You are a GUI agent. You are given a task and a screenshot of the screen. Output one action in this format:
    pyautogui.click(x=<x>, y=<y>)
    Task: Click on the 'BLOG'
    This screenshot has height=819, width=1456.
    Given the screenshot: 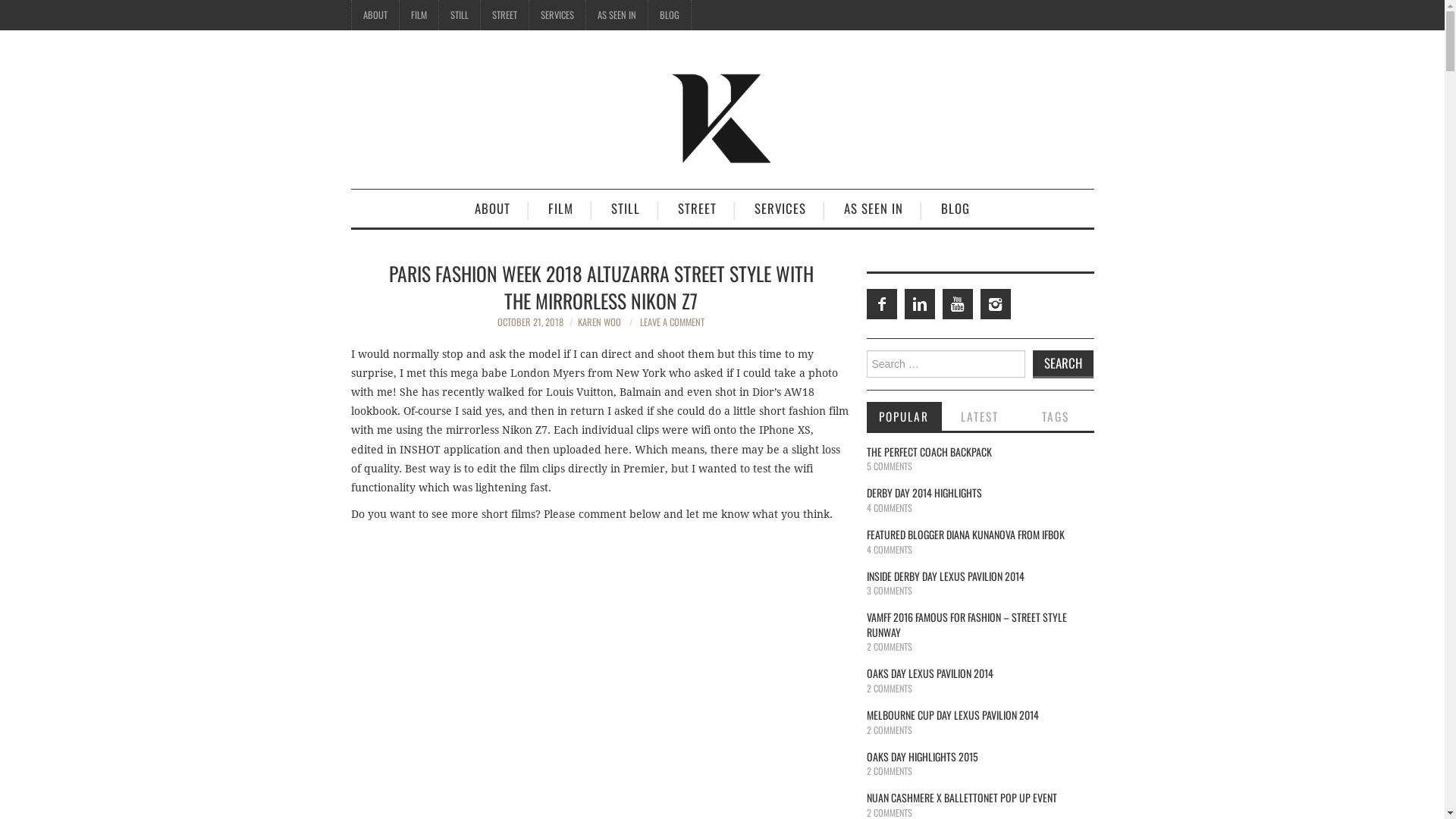 What is the action you would take?
    pyautogui.click(x=668, y=14)
    